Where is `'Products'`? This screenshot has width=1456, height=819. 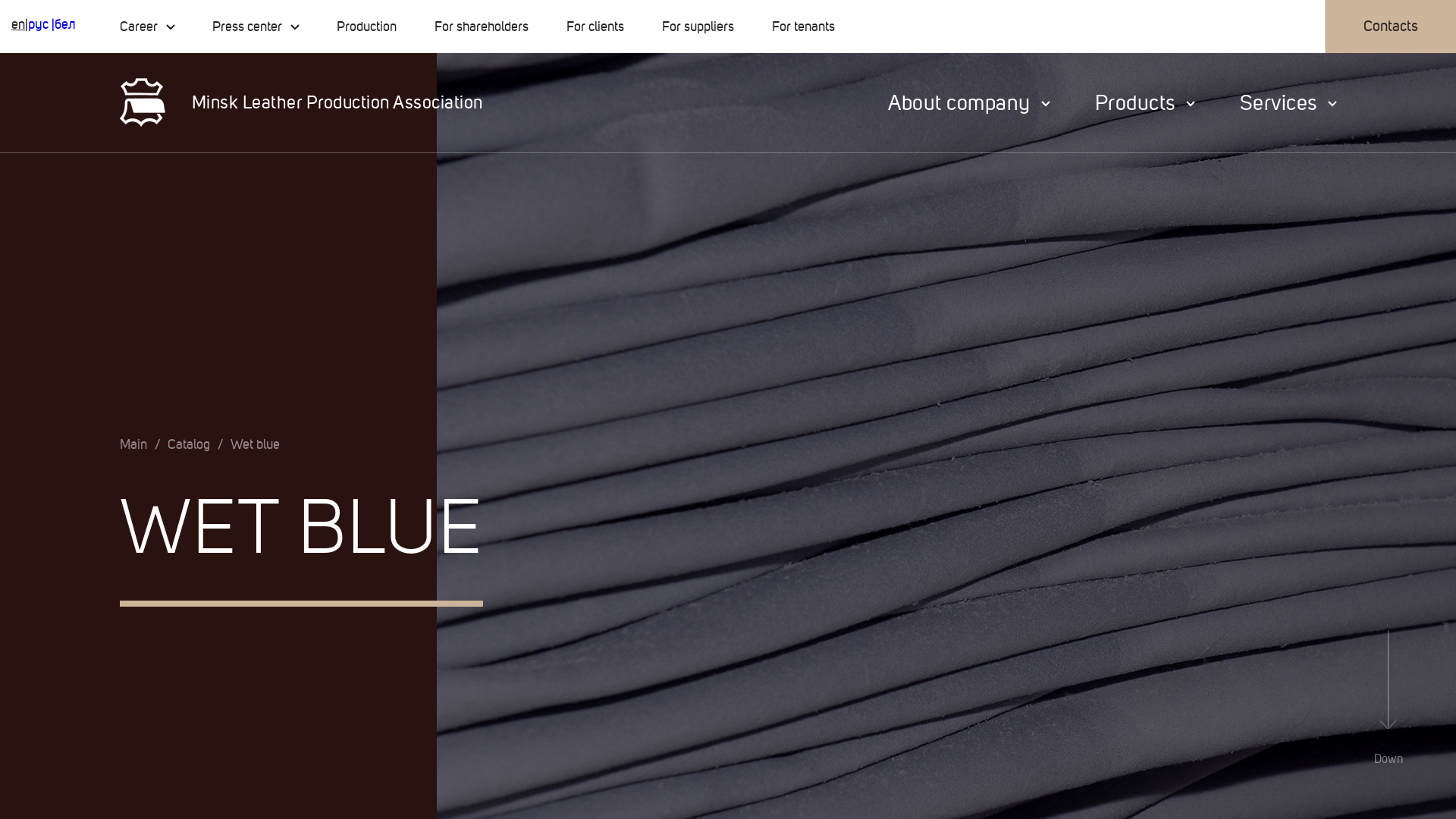
'Products' is located at coordinates (1144, 102).